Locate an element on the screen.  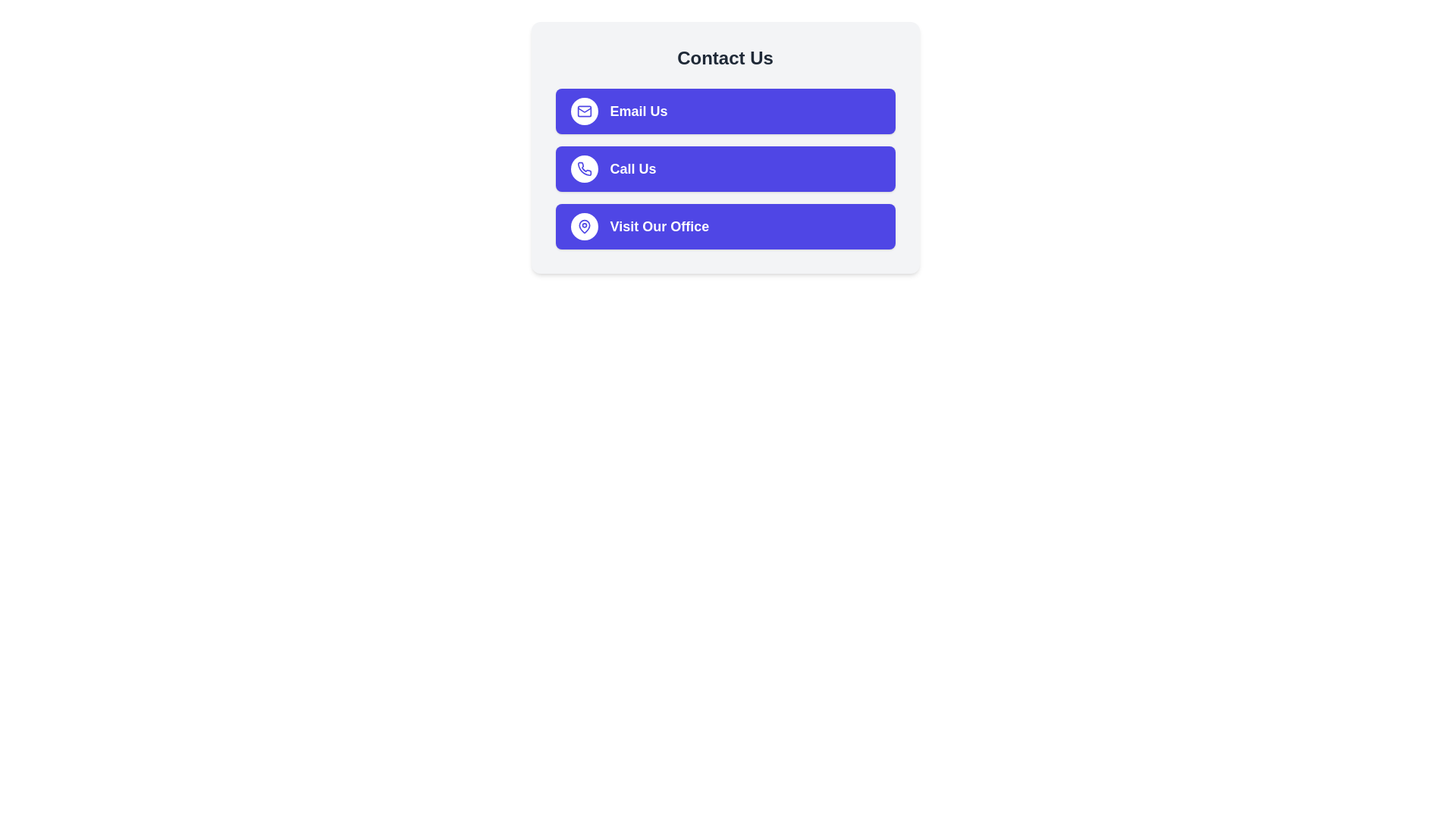
the main text label of the second button that identifies the button's purpose to contact a phone service is located at coordinates (633, 169).